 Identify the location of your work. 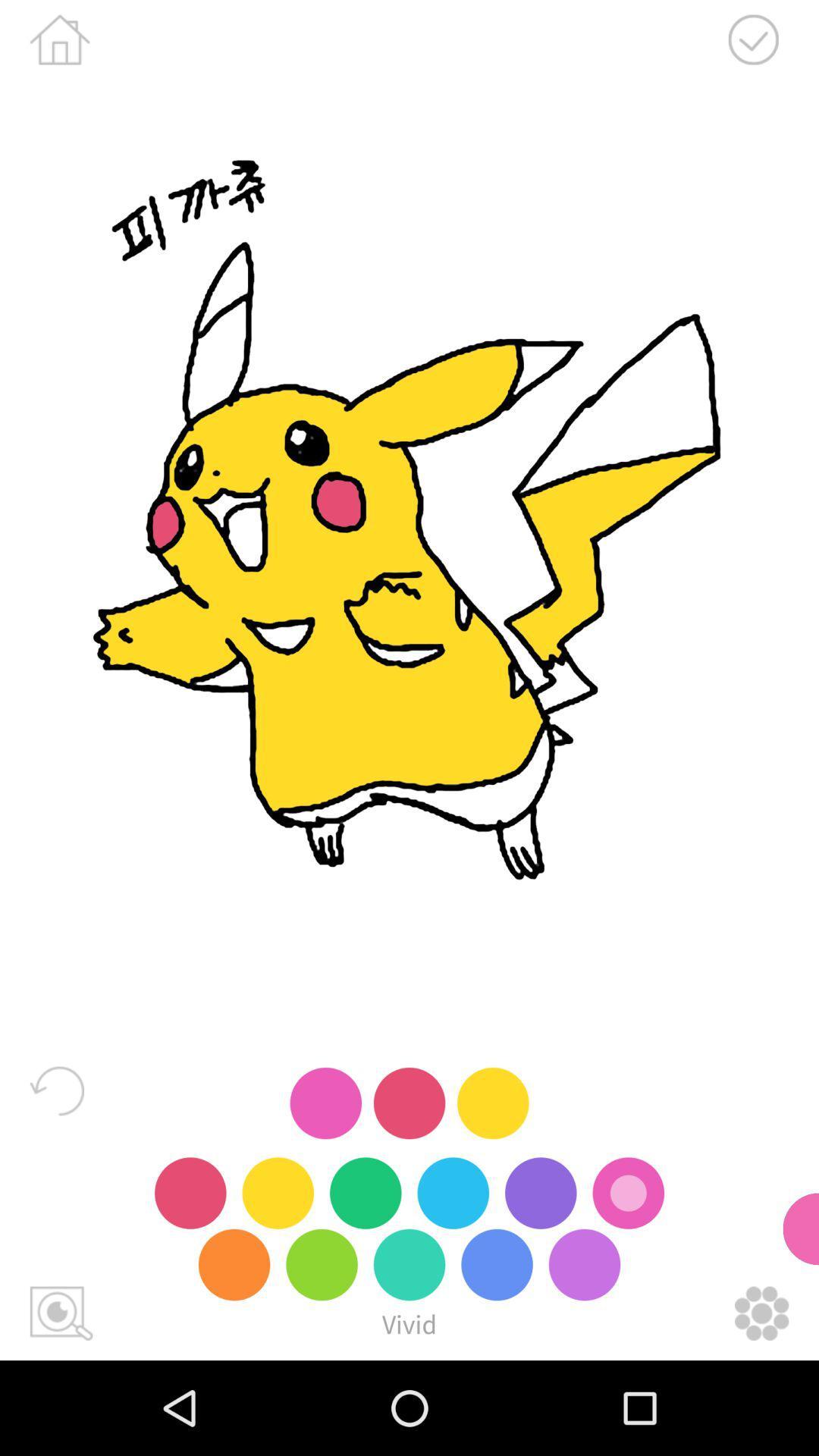
(753, 39).